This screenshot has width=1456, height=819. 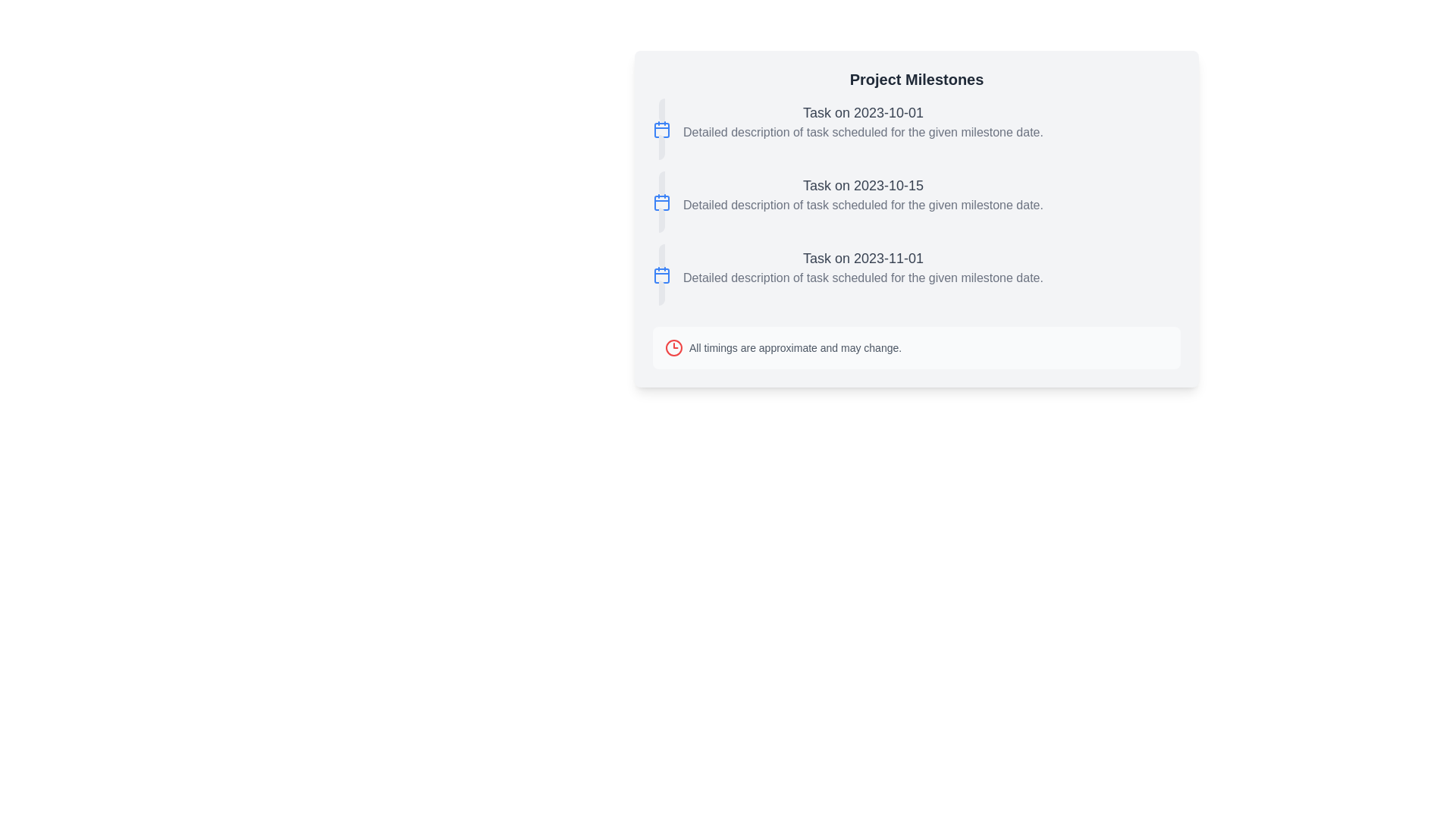 I want to click on the milestone date text label displaying '2023-11-01', which serves as the title for the associated milestone details, so click(x=863, y=257).